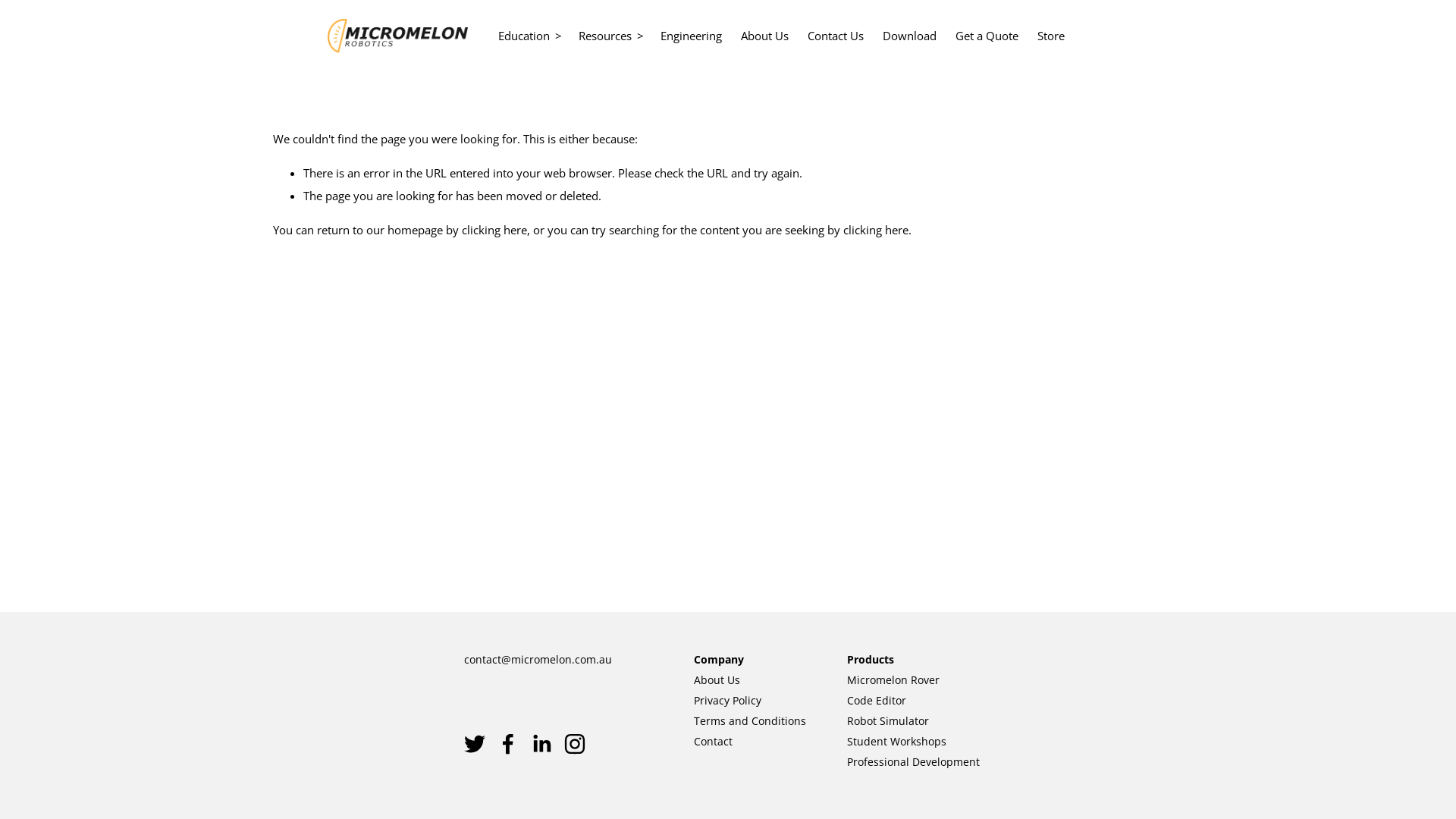 This screenshot has height=819, width=1456. Describe the element at coordinates (807, 35) in the screenshot. I see `'Contact Us'` at that location.